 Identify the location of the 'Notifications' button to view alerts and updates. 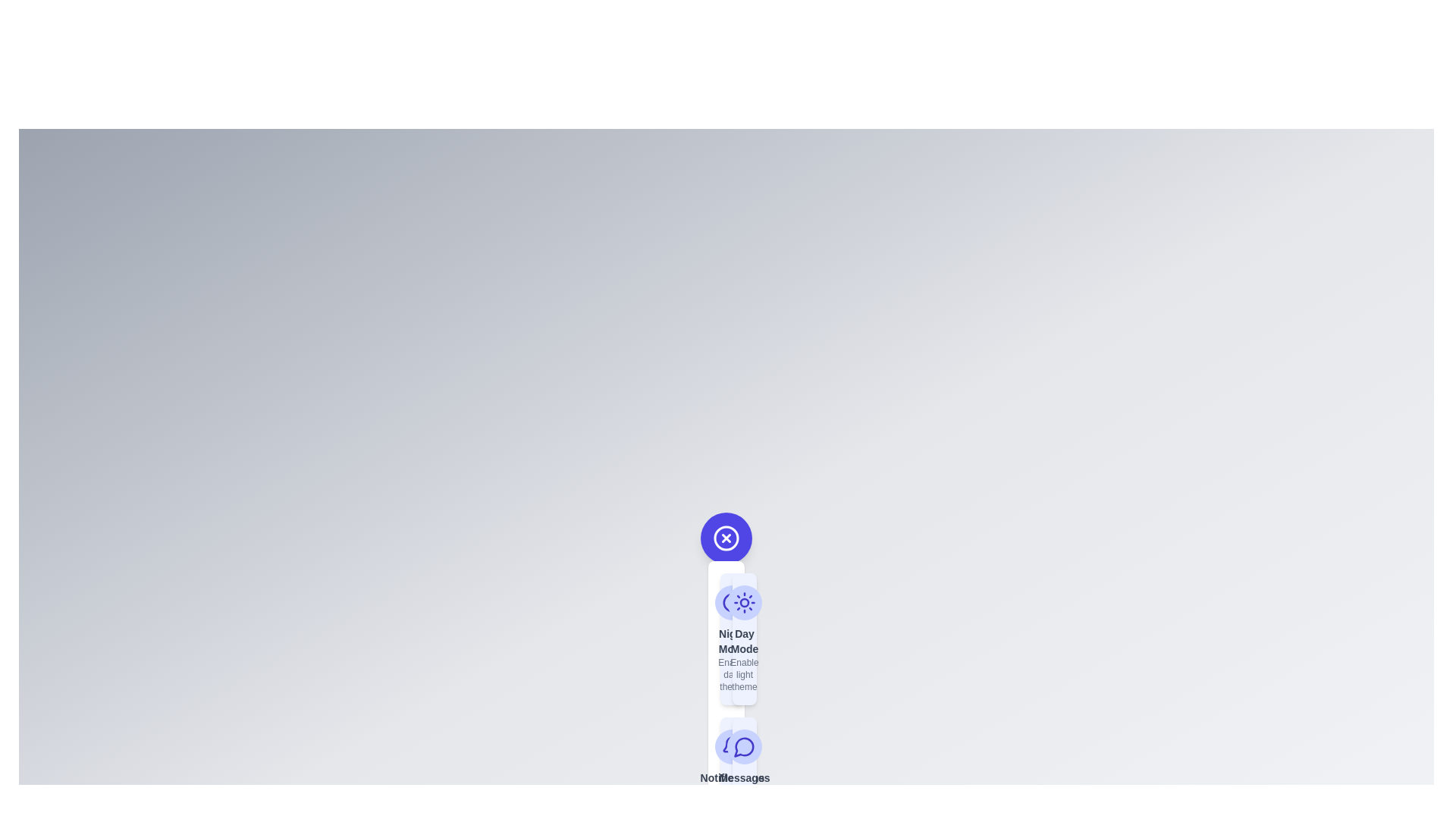
(732, 781).